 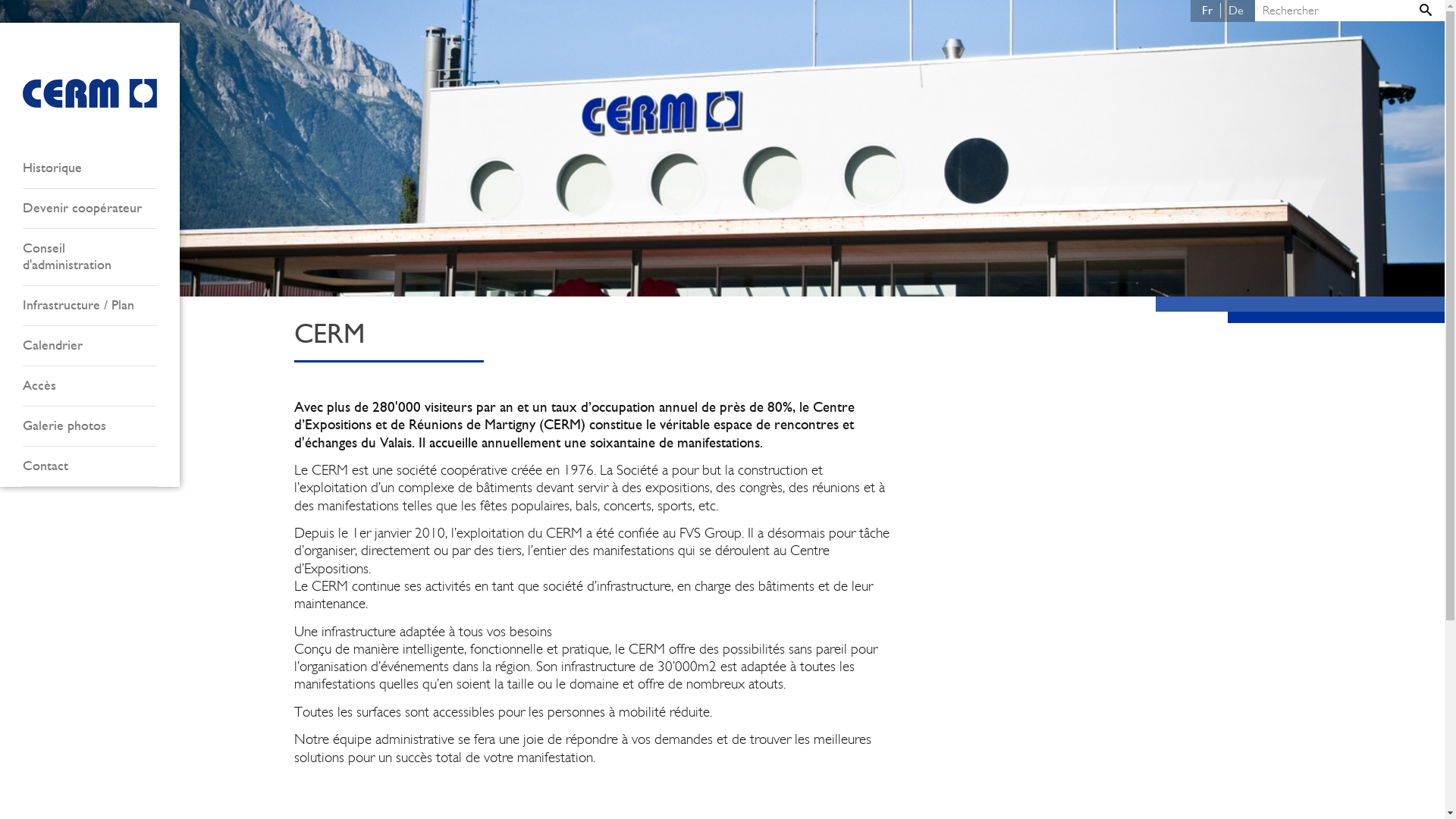 I want to click on 'Galerie photos', so click(x=89, y=426).